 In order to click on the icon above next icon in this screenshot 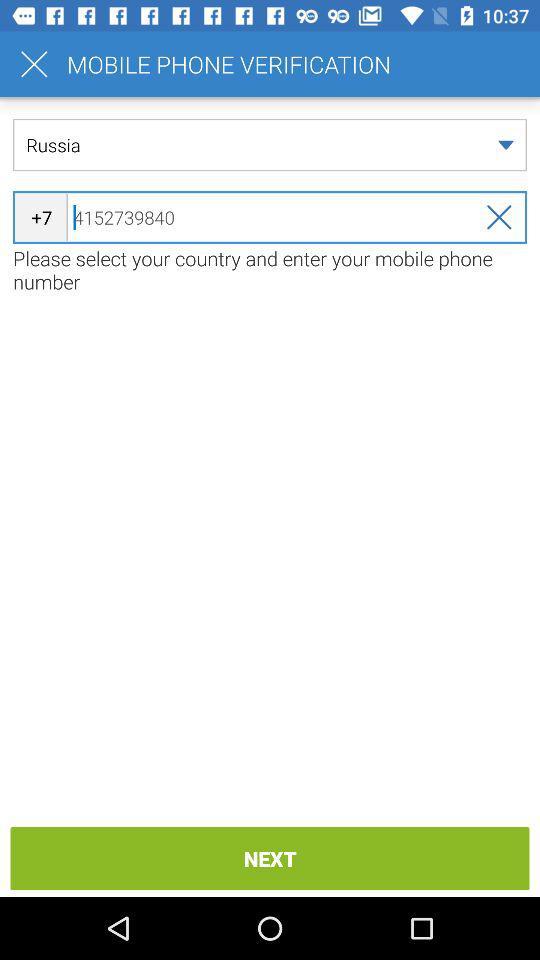, I will do `click(270, 269)`.